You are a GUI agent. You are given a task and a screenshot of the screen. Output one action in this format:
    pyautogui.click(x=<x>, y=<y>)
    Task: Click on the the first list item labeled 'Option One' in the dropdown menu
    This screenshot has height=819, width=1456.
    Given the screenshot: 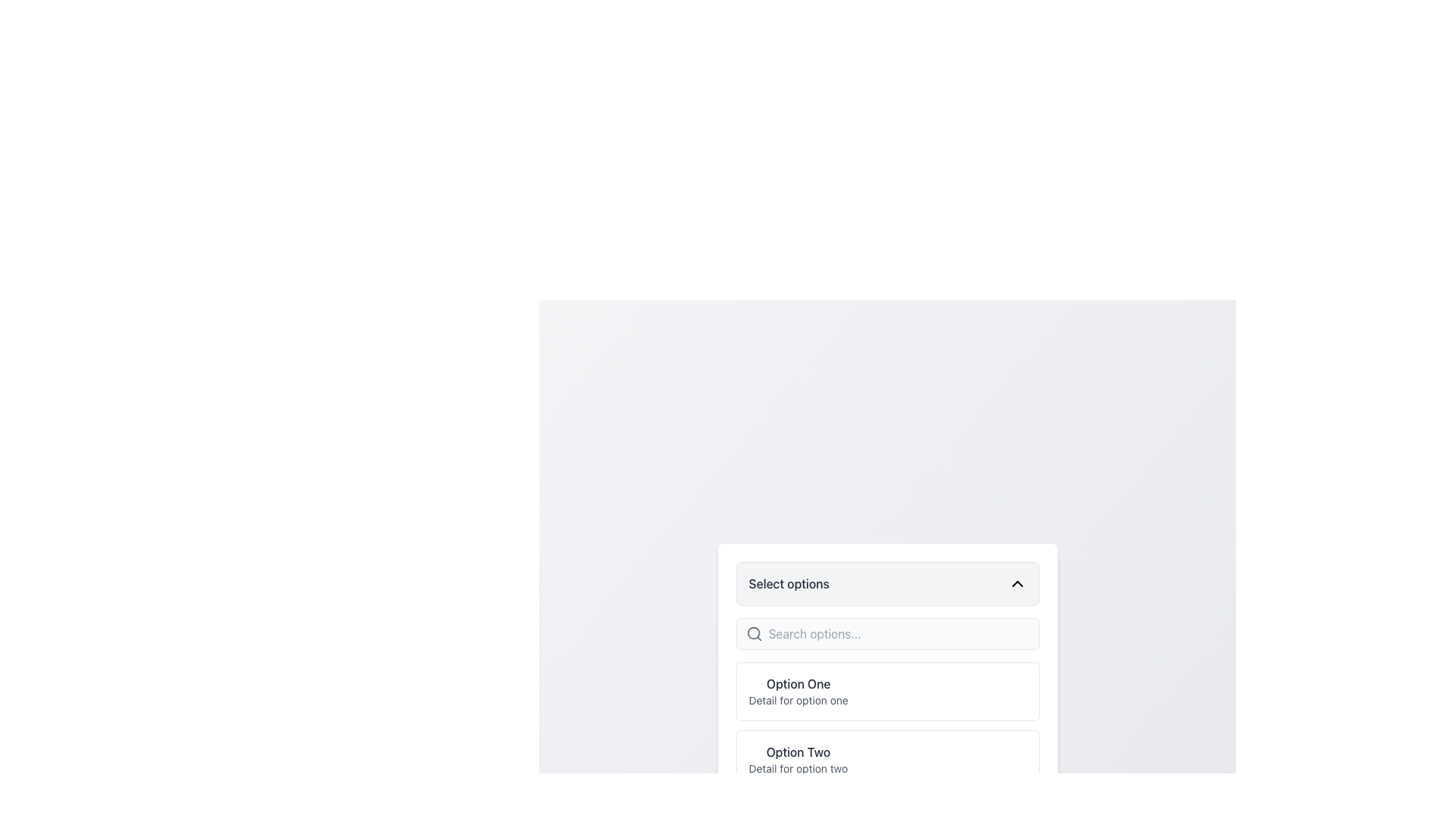 What is the action you would take?
    pyautogui.click(x=798, y=691)
    